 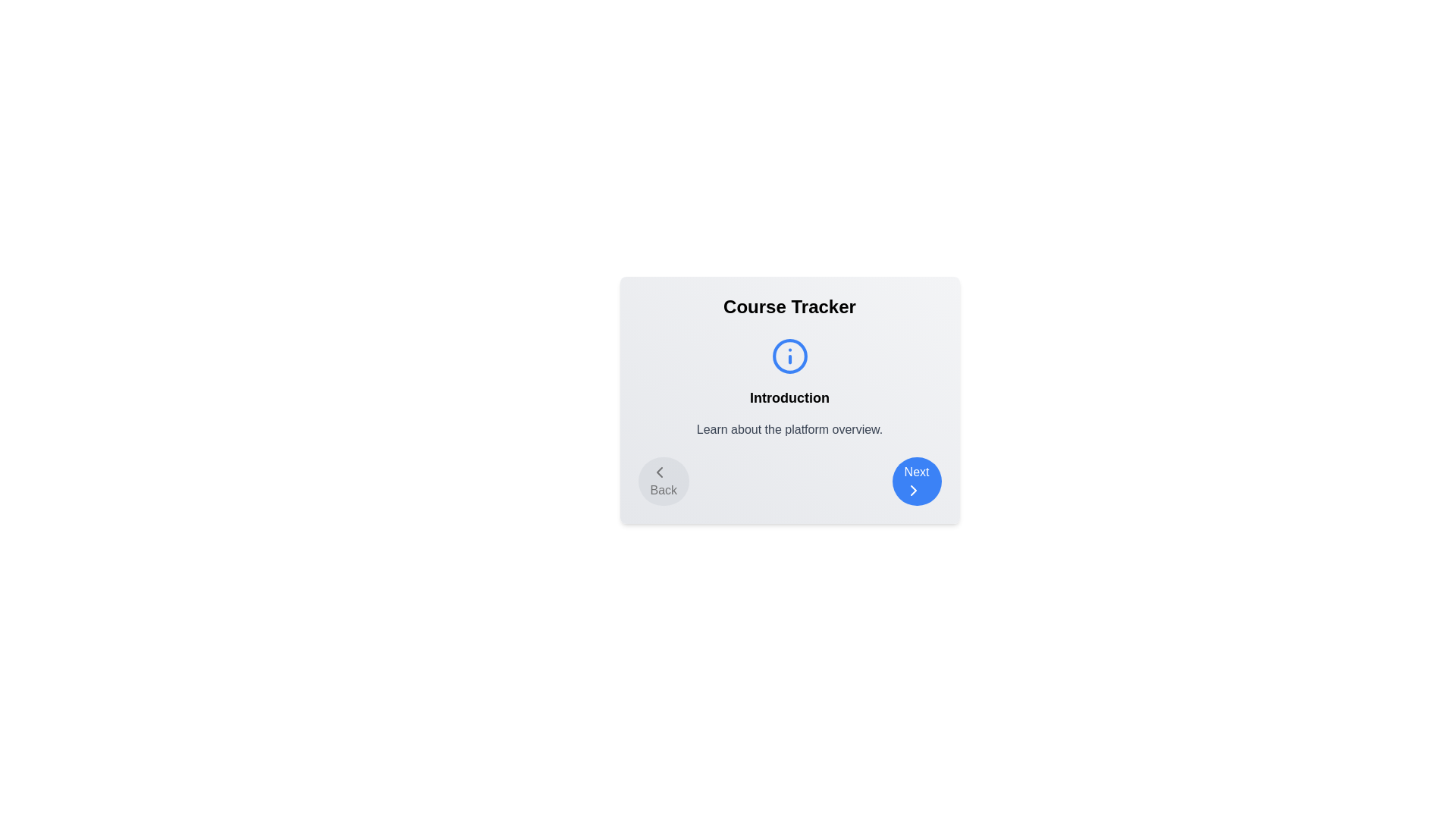 I want to click on the module icon to view its details, so click(x=789, y=356).